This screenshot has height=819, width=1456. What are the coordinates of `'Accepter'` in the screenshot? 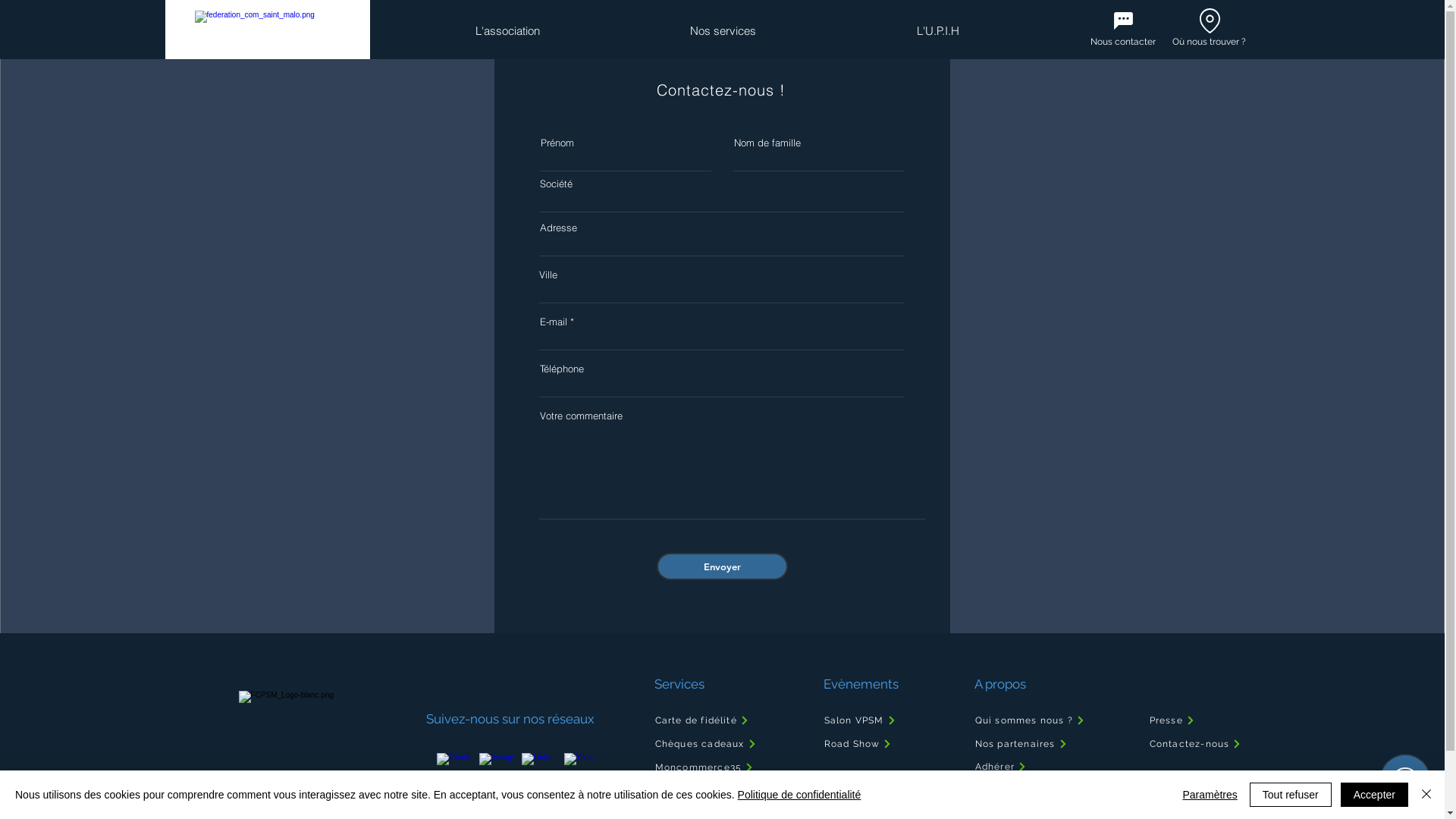 It's located at (1374, 794).